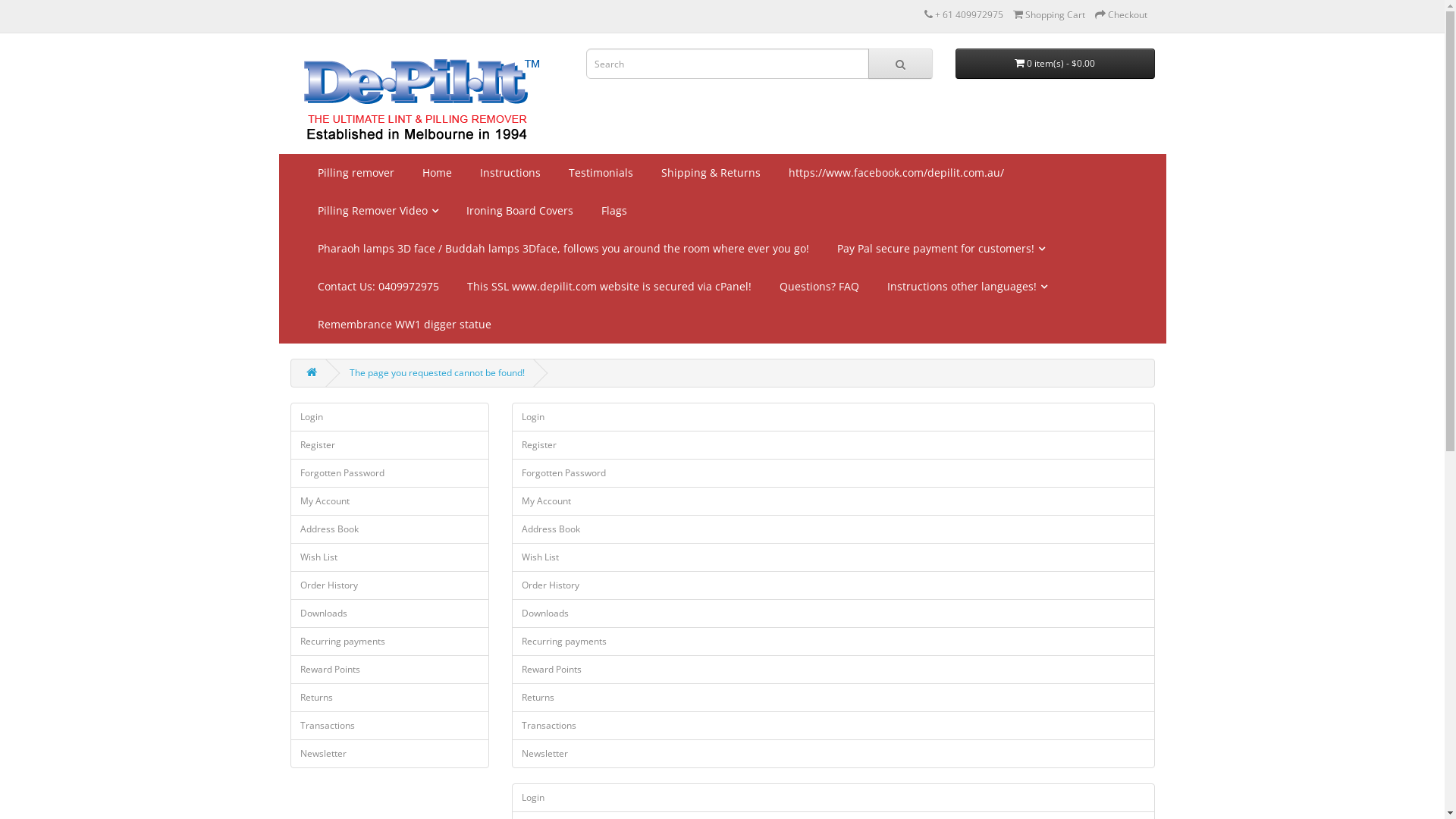 This screenshot has height=819, width=1456. Describe the element at coordinates (375, 210) in the screenshot. I see `'Pilling Remover Video'` at that location.